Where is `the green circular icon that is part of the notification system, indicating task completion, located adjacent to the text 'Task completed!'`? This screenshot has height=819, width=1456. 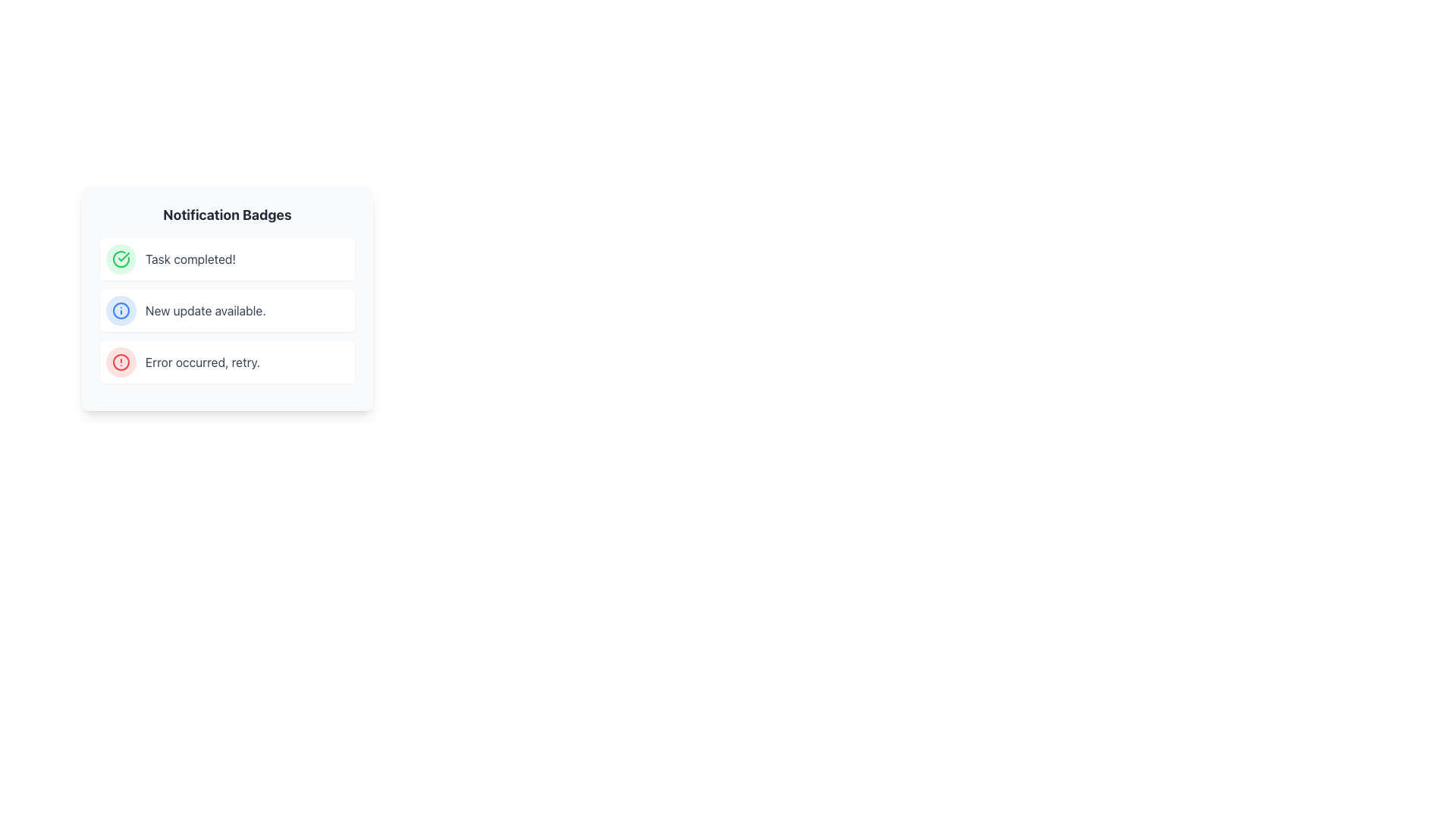
the green circular icon that is part of the notification system, indicating task completion, located adjacent to the text 'Task completed!' is located at coordinates (120, 259).